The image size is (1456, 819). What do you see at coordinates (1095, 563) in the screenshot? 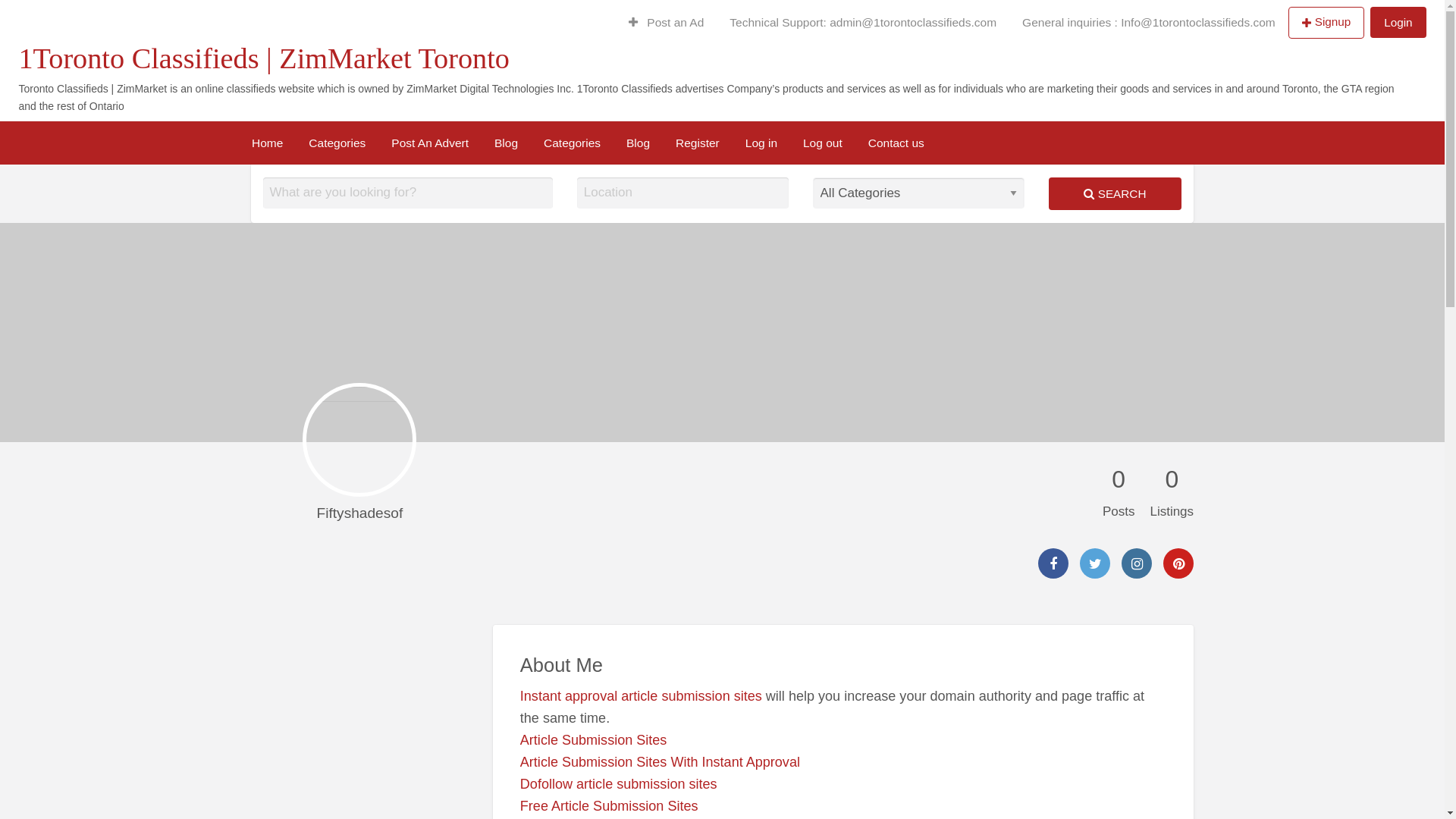
I see `'Twitter'` at bounding box center [1095, 563].